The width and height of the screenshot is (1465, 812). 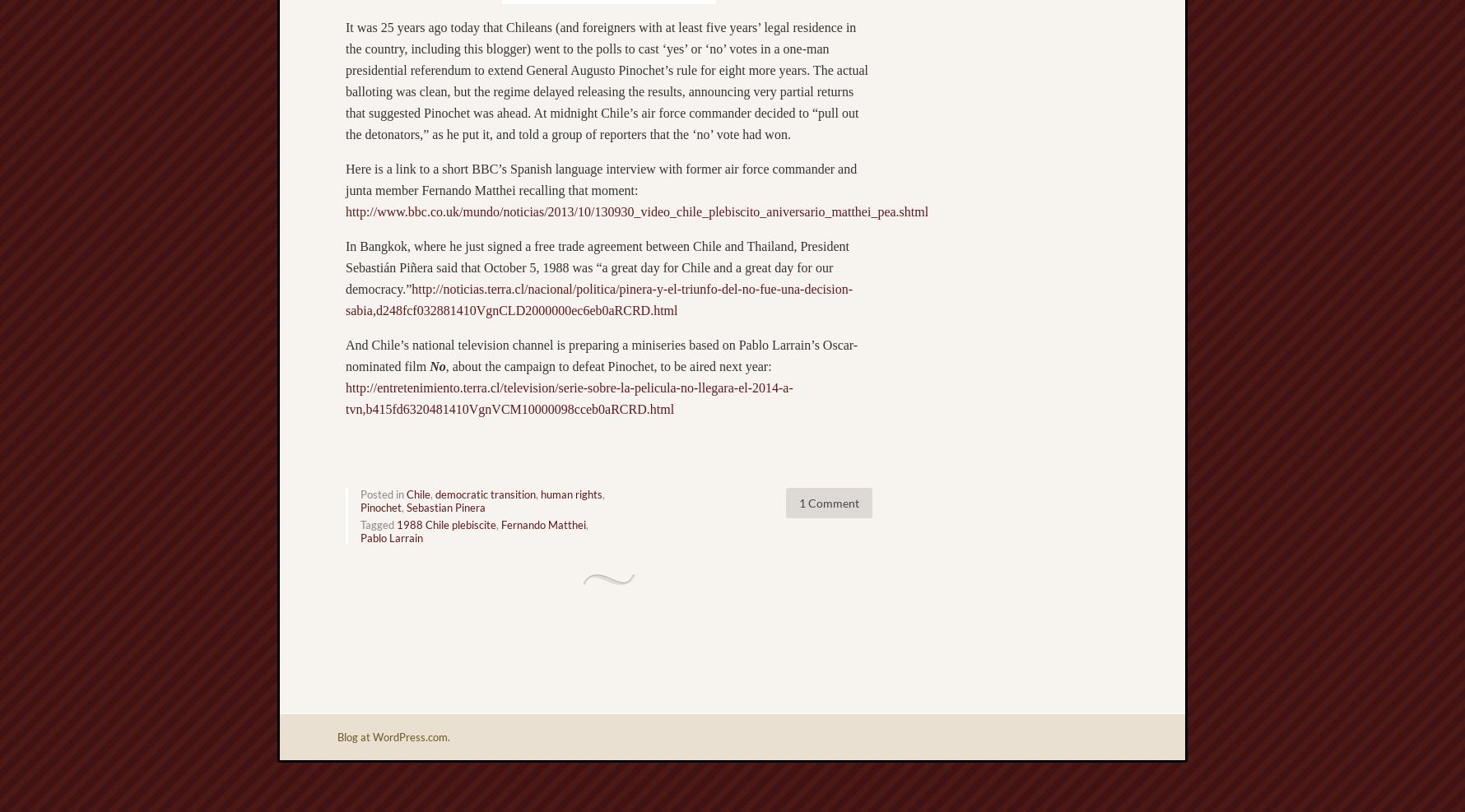 What do you see at coordinates (596, 267) in the screenshot?
I see `'In Bangkok, where he just signed a free trade agreement between Chile and Thailand, President Sebastián Piñera said that October 5, 1988 was “a great day for Chile and a great day for our democracy.”'` at bounding box center [596, 267].